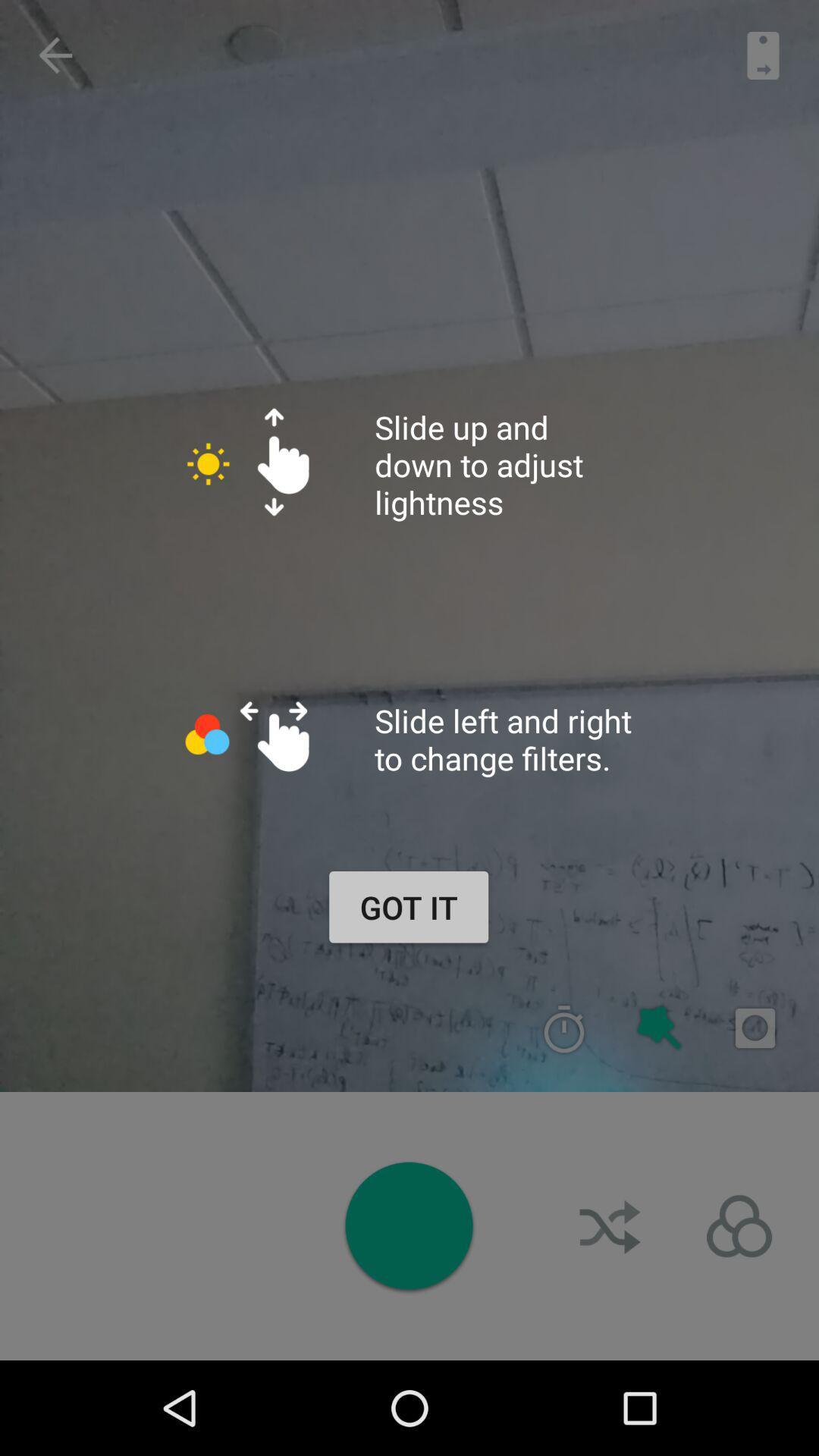  Describe the element at coordinates (55, 55) in the screenshot. I see `previous page` at that location.